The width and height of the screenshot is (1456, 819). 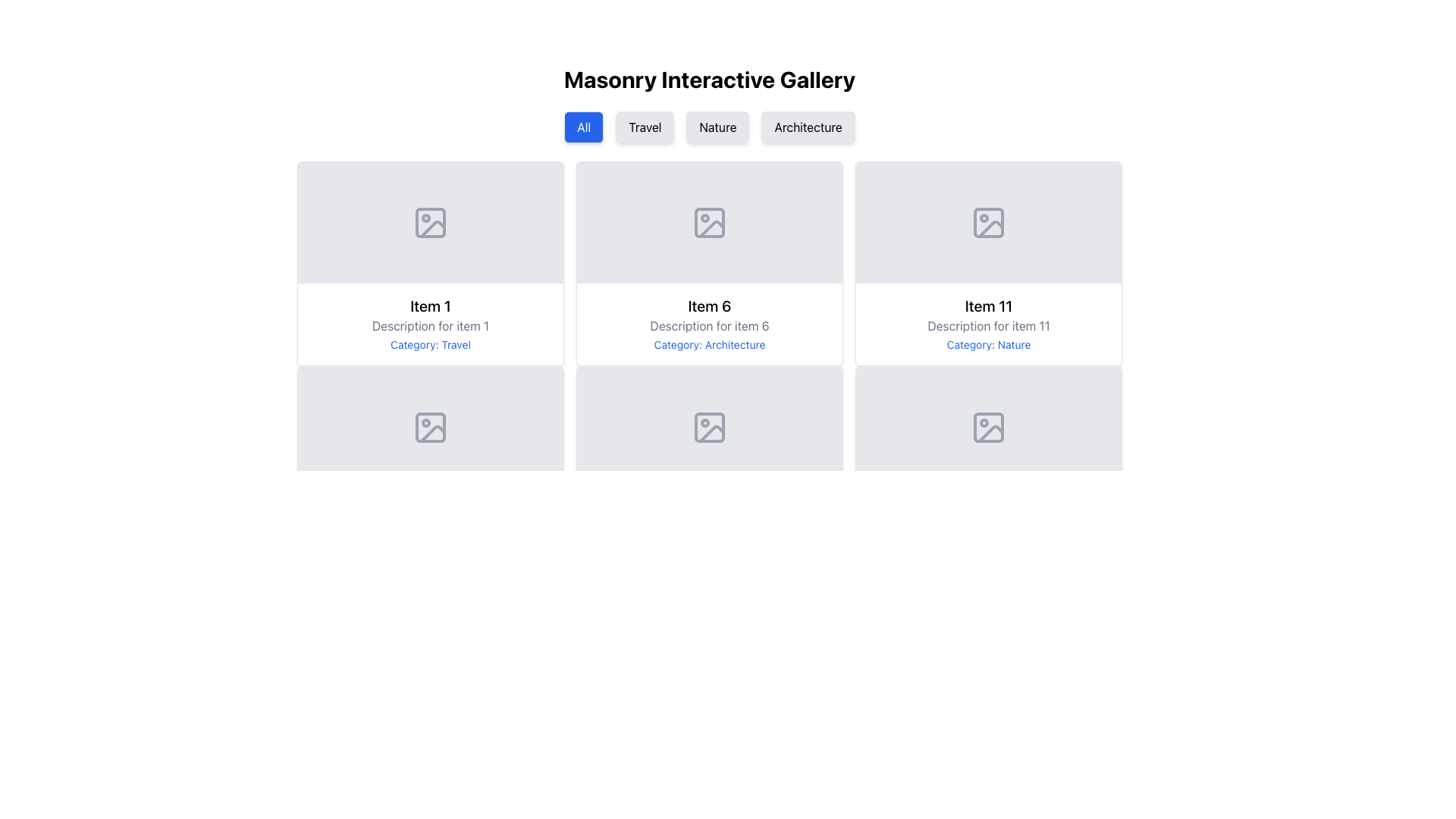 I want to click on the small gray picture icon located, so click(x=429, y=222).